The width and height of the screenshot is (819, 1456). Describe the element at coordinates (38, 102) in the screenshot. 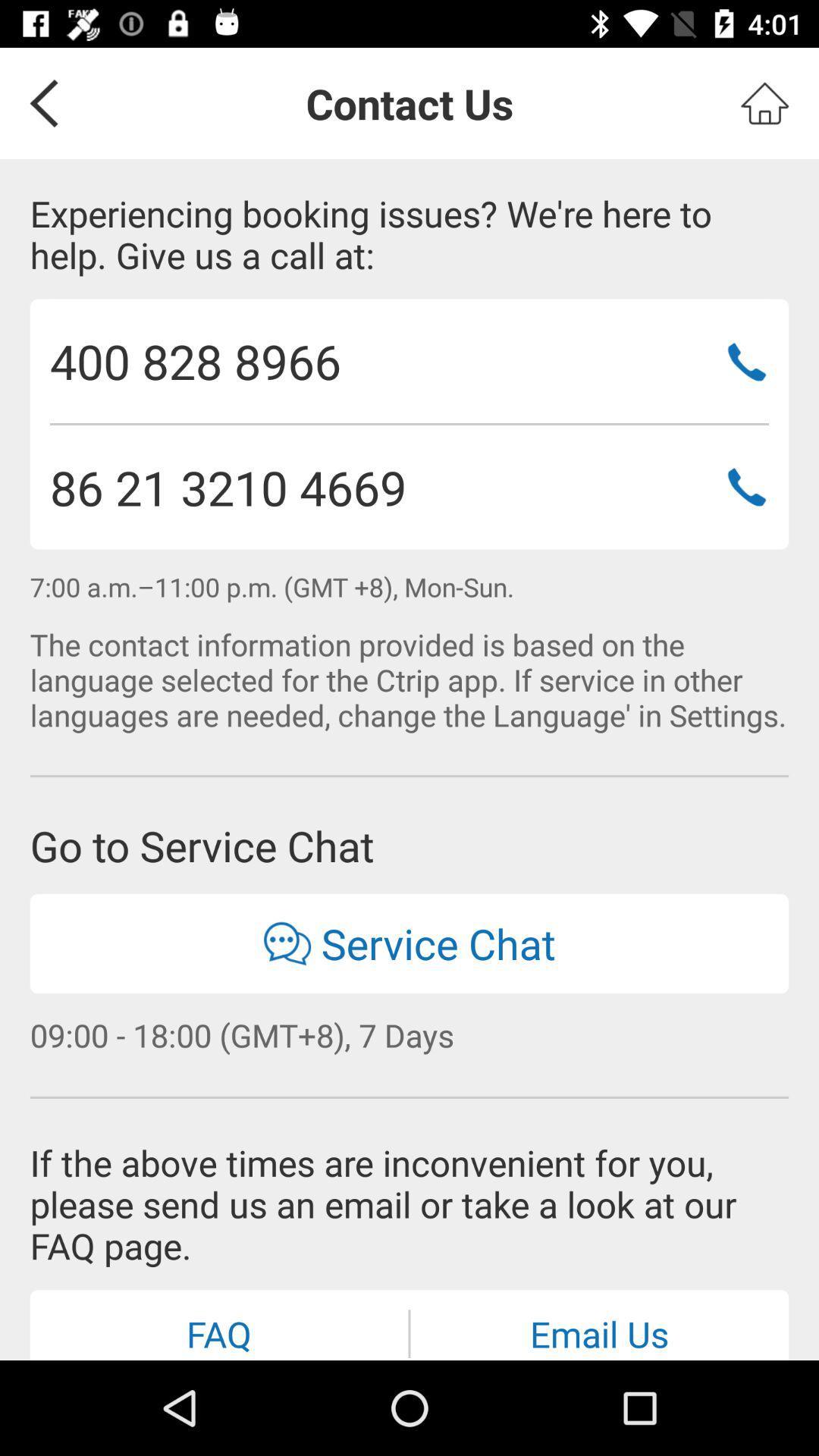

I see `item above the experiencing booking issues icon` at that location.